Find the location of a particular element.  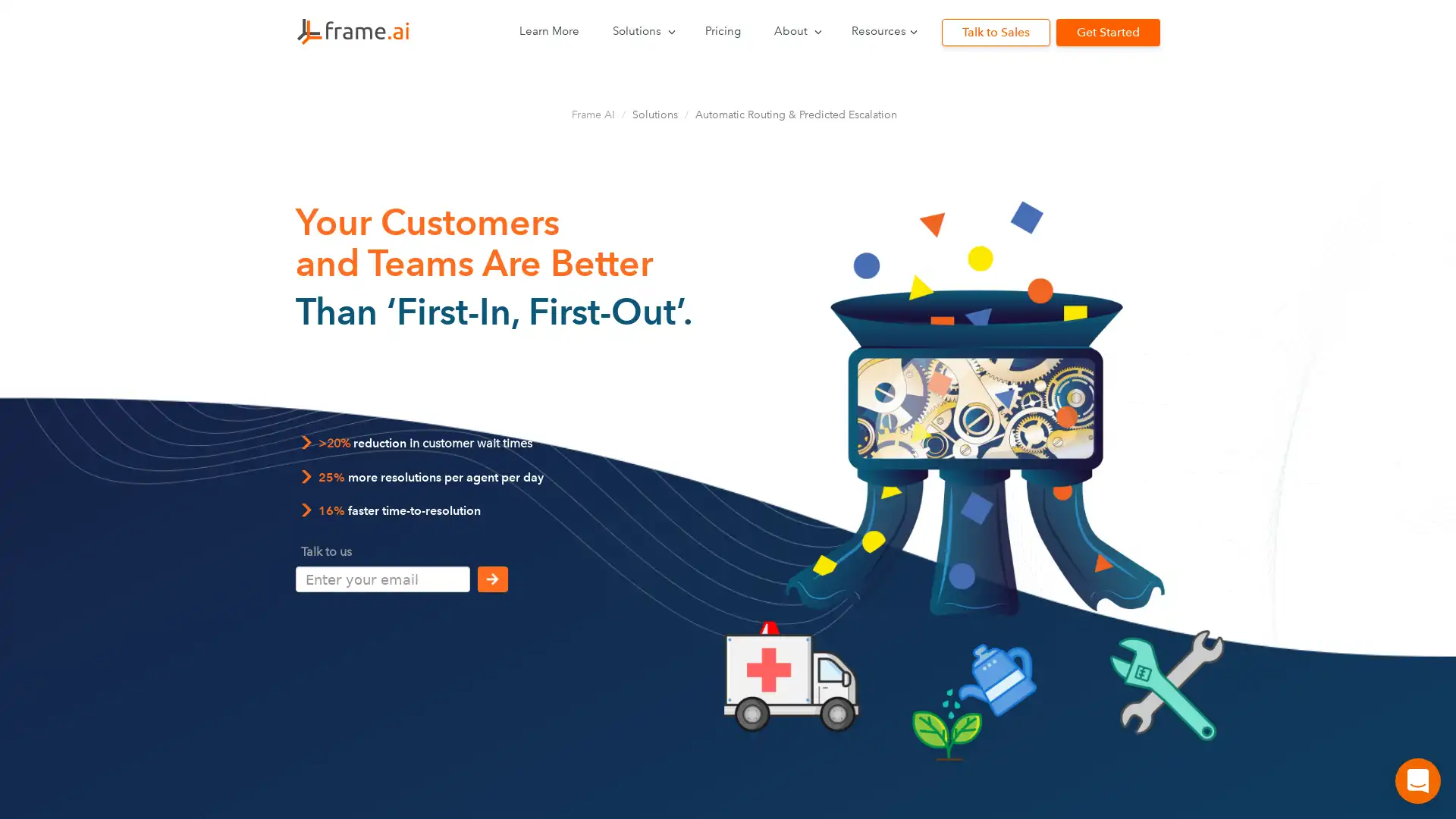

Open Intercom Messenger is located at coordinates (1417, 780).